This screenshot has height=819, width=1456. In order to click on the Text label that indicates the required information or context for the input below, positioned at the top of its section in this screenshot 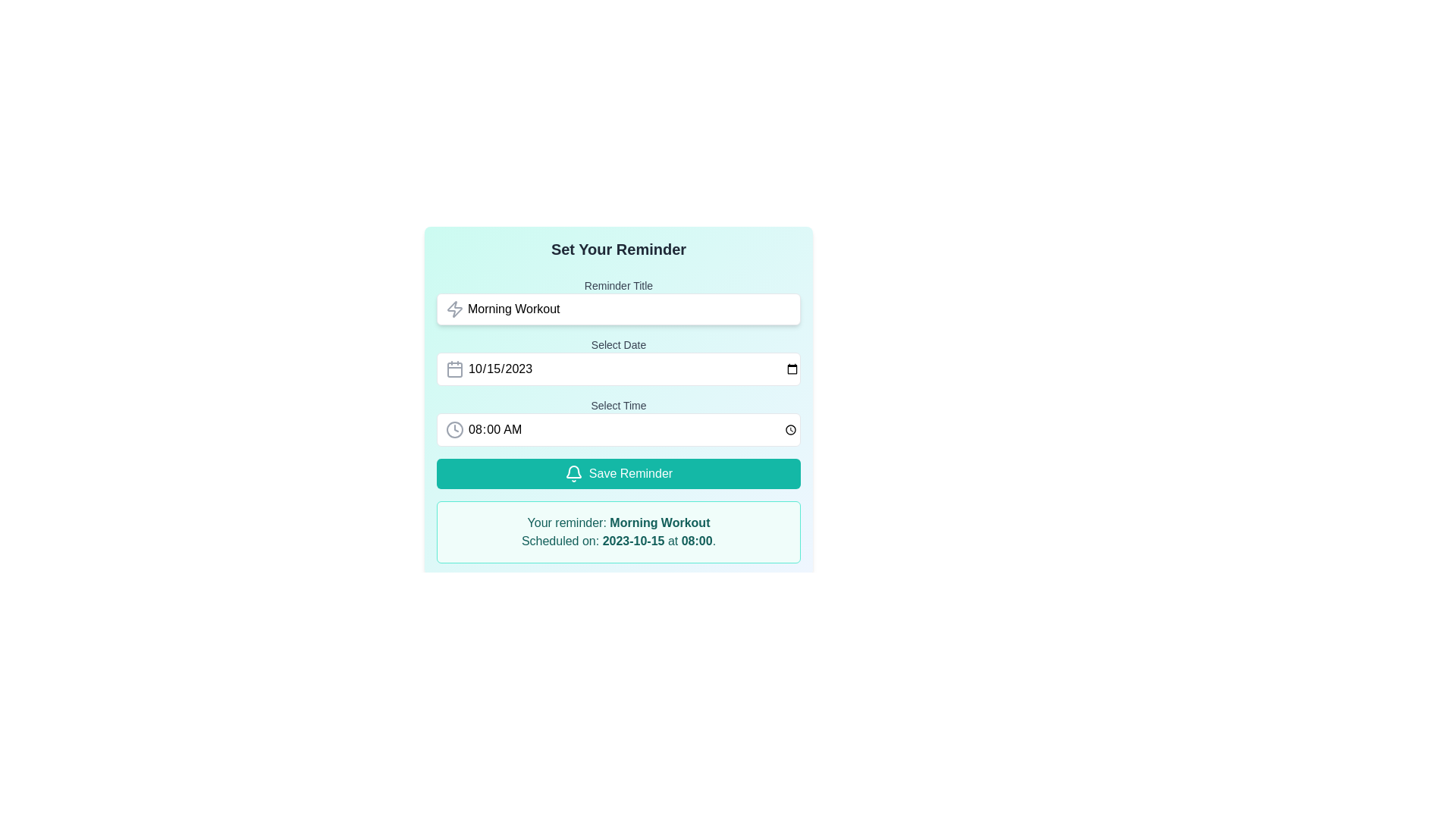, I will do `click(619, 286)`.